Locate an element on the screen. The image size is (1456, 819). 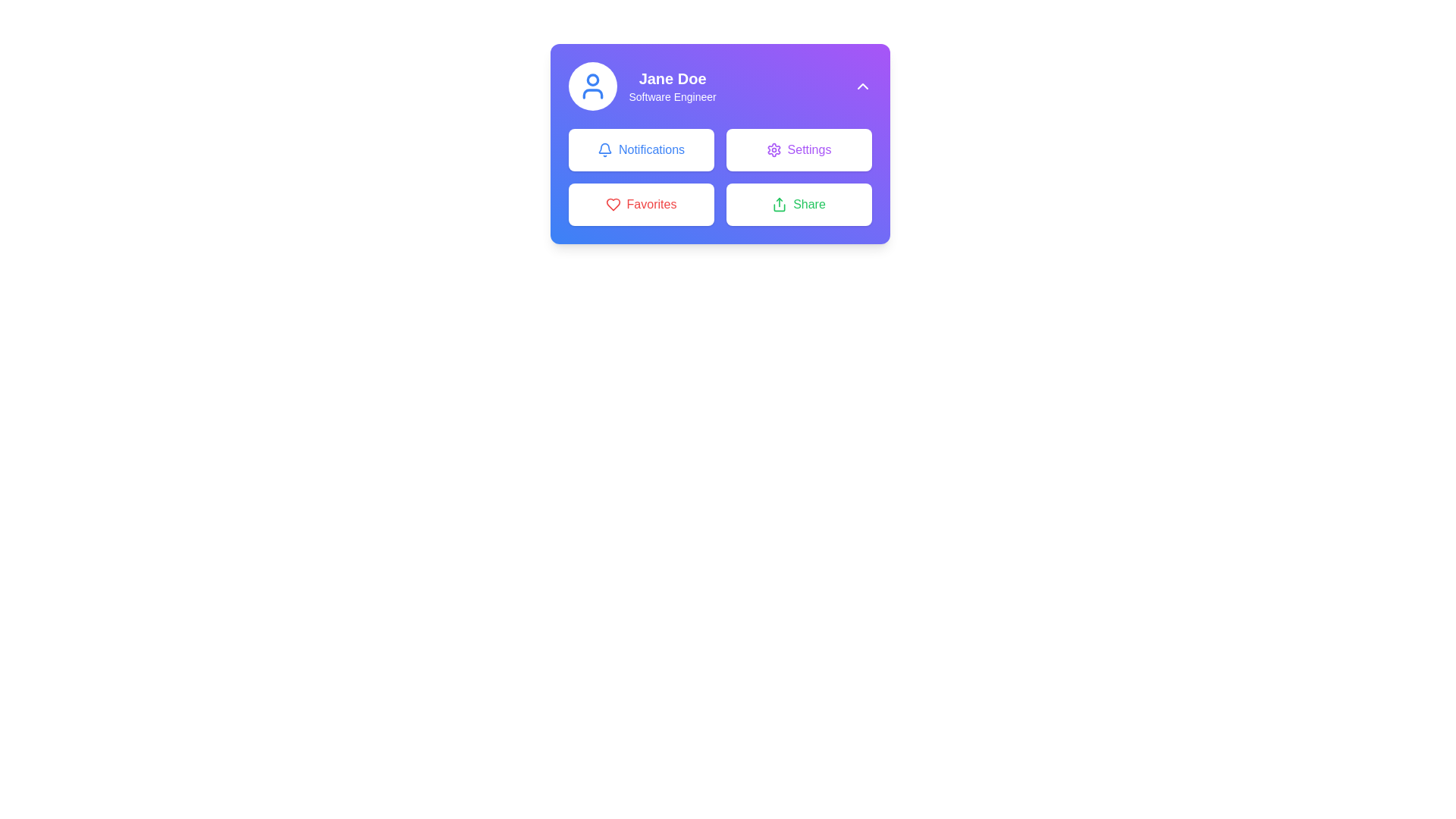
the 'Favorites' button, which is visually emphasized by the decorative icon located to the left of the label text is located at coordinates (613, 205).